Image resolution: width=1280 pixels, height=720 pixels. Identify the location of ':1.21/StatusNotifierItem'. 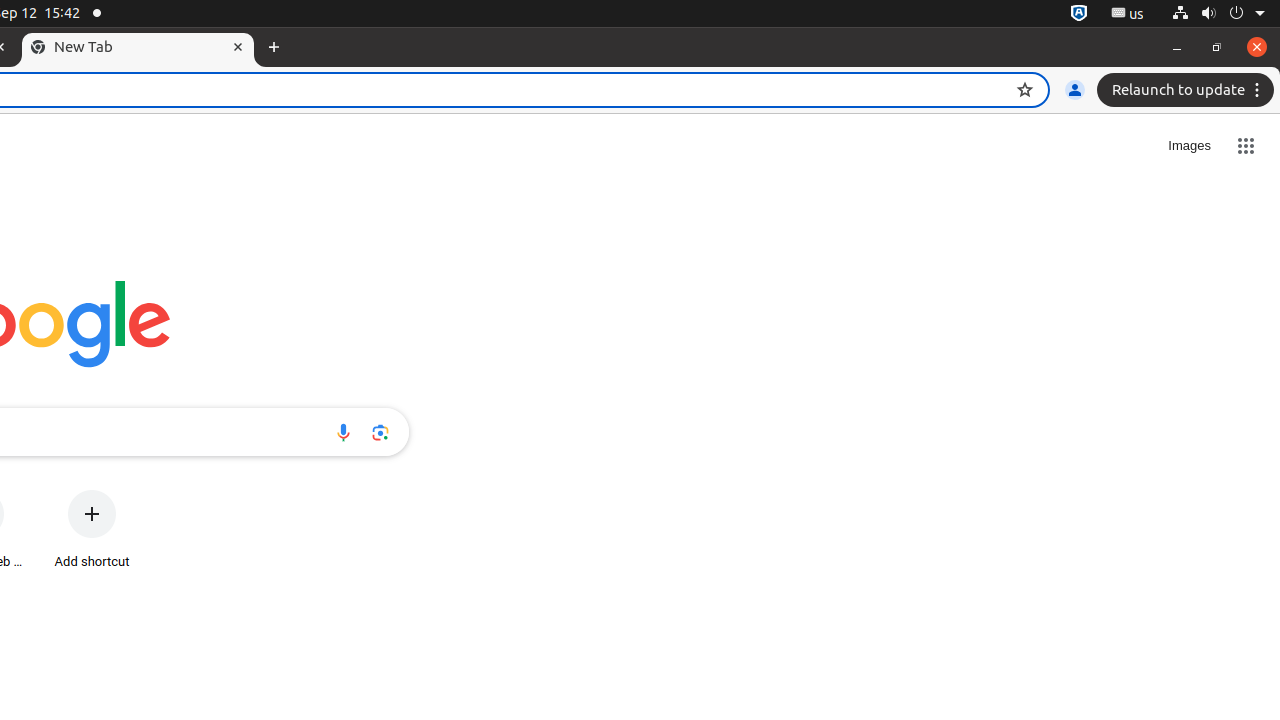
(1127, 13).